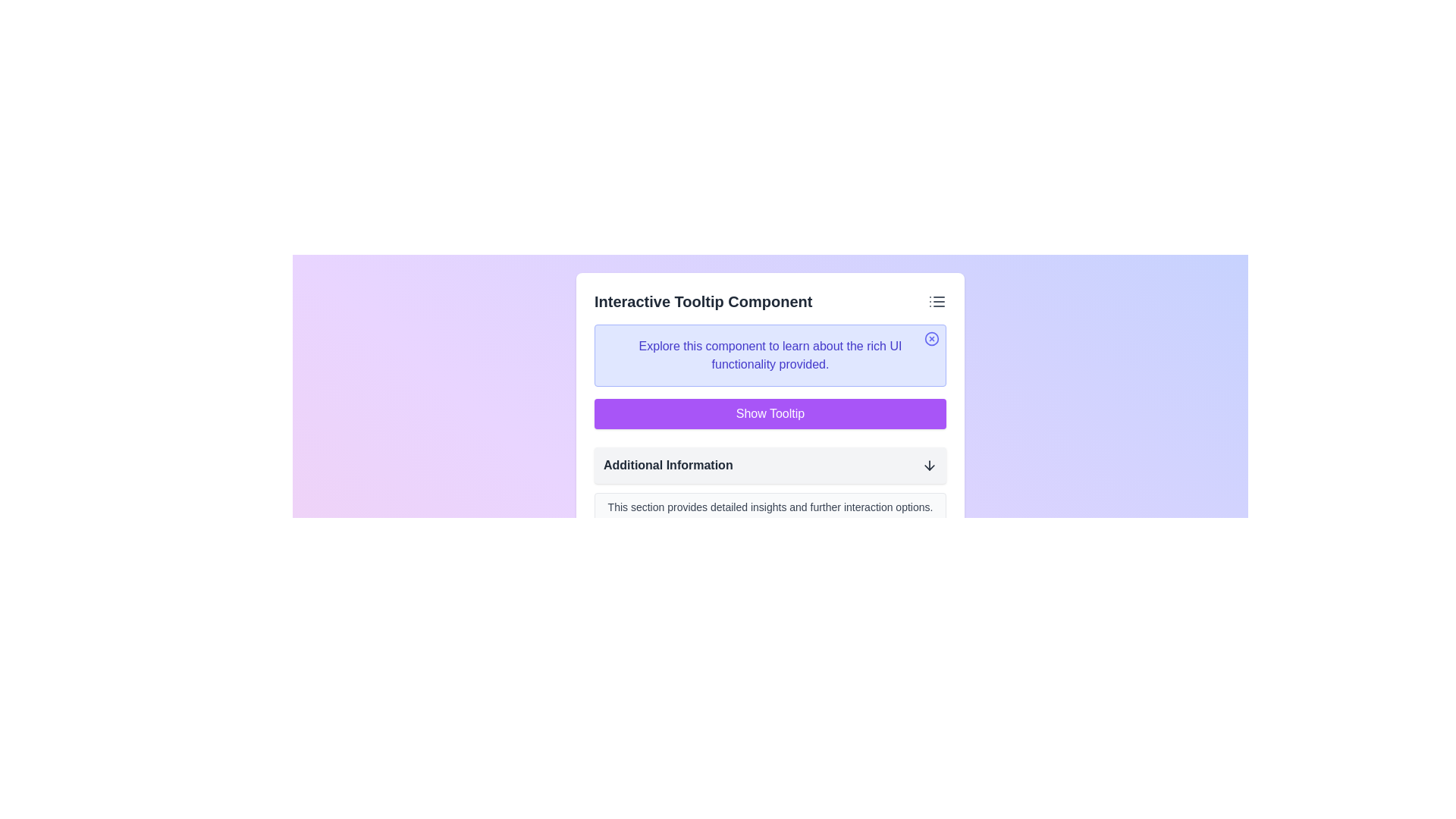 This screenshot has height=819, width=1456. I want to click on the text label with indigo text color that reads 'Explore this component to learn about the rich UI functionality provided.', so click(770, 356).